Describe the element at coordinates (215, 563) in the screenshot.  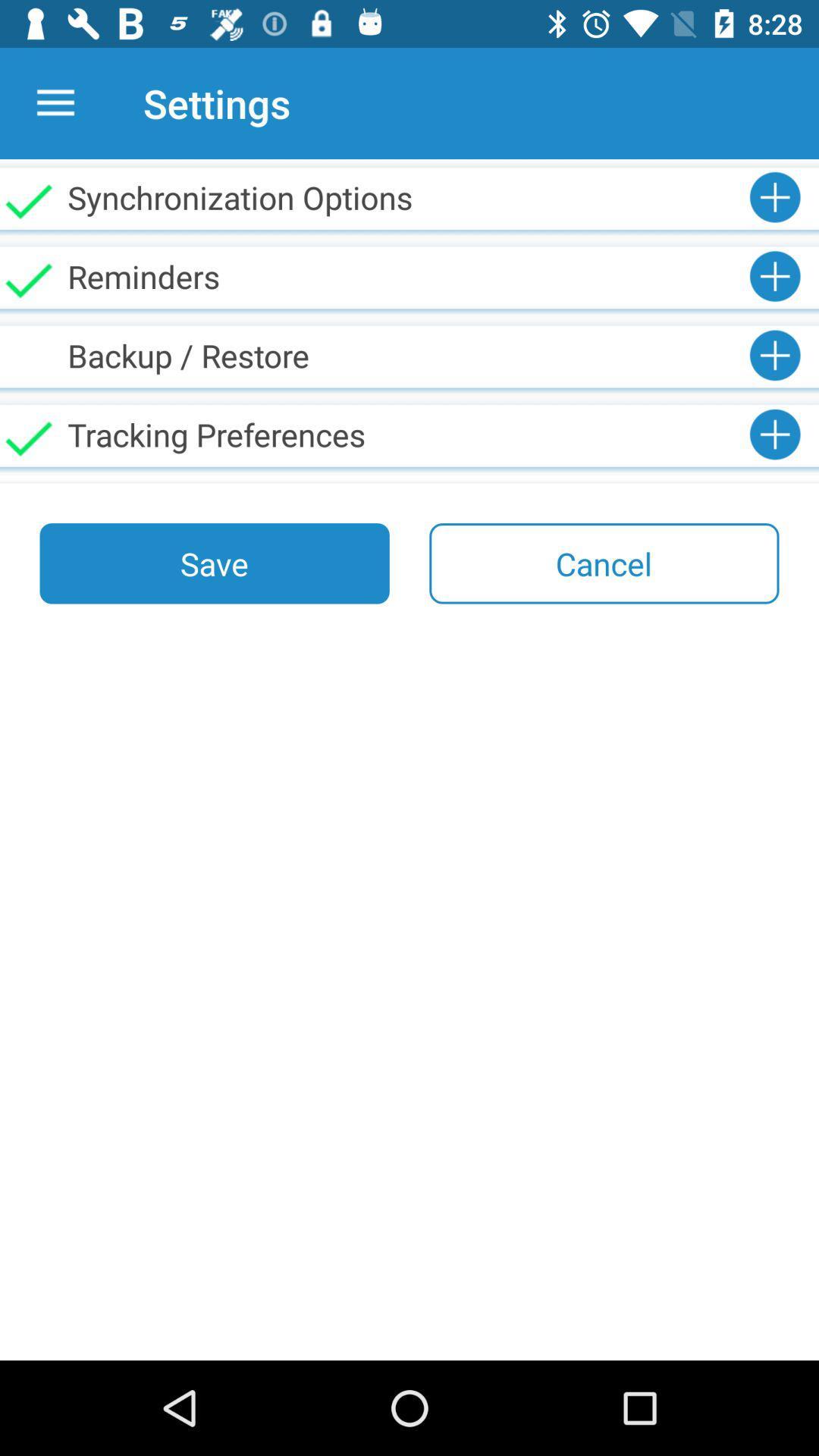
I see `the icon next to the cancel icon` at that location.